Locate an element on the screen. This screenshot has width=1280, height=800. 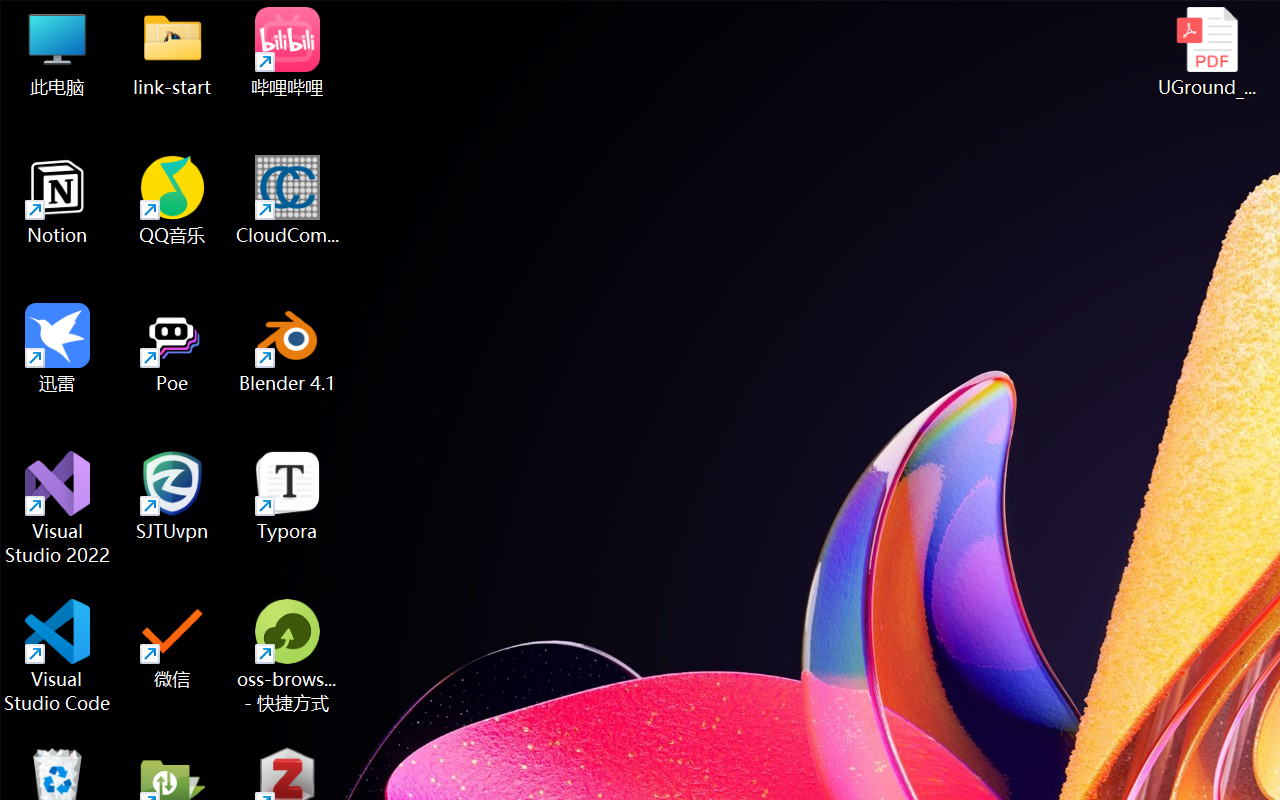
'Poe' is located at coordinates (172, 348).